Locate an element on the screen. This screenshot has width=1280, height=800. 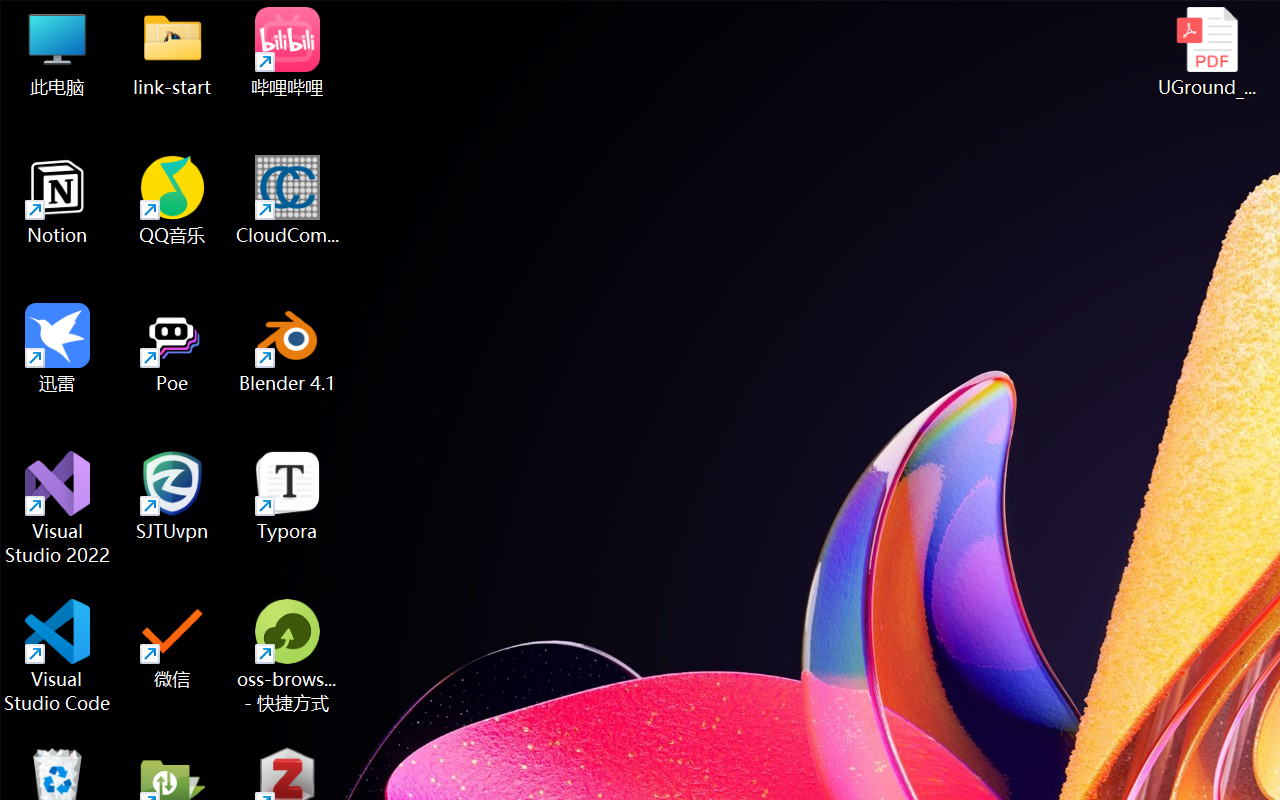
'Poe' is located at coordinates (172, 348).